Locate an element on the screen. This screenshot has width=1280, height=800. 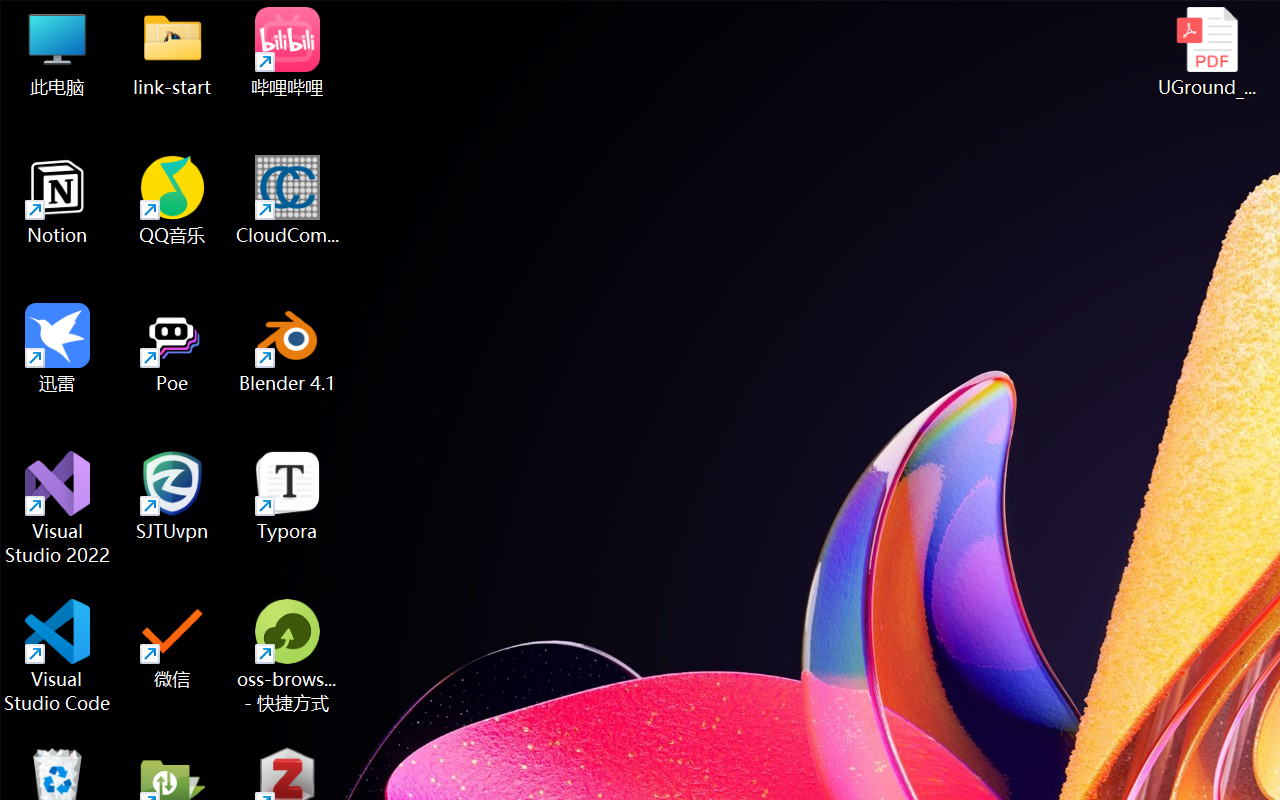
'Poe' is located at coordinates (172, 348).